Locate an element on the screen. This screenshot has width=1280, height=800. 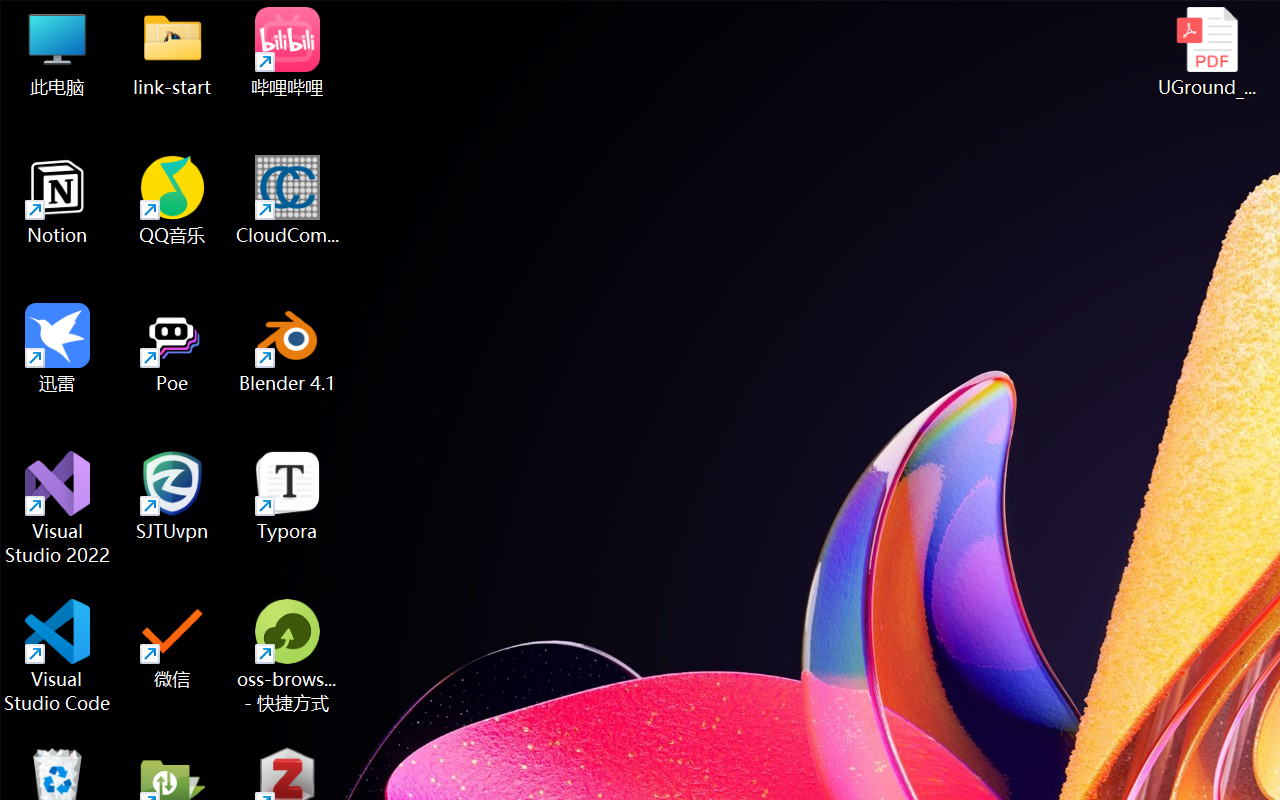
'Poe' is located at coordinates (172, 348).